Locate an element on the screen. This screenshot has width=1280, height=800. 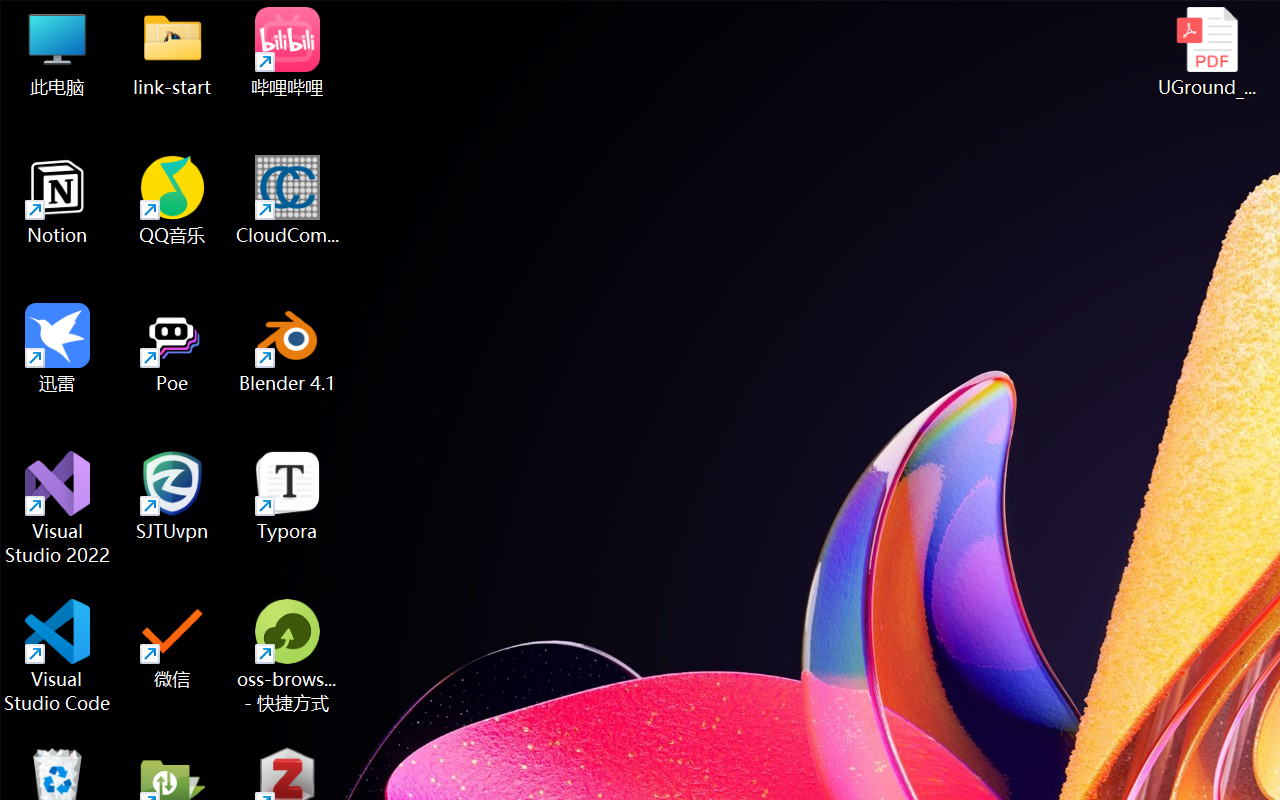
'Poe' is located at coordinates (172, 348).